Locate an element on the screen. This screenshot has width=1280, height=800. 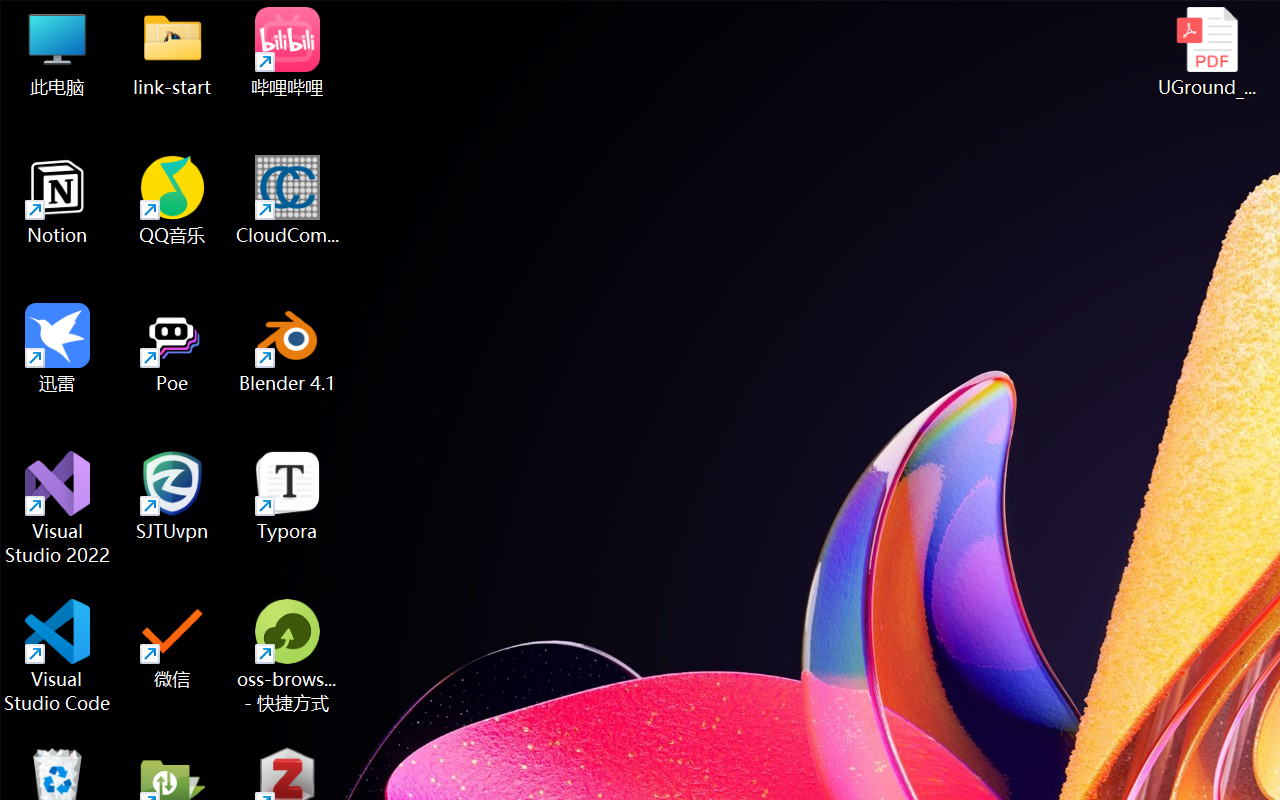
'Poe' is located at coordinates (172, 348).